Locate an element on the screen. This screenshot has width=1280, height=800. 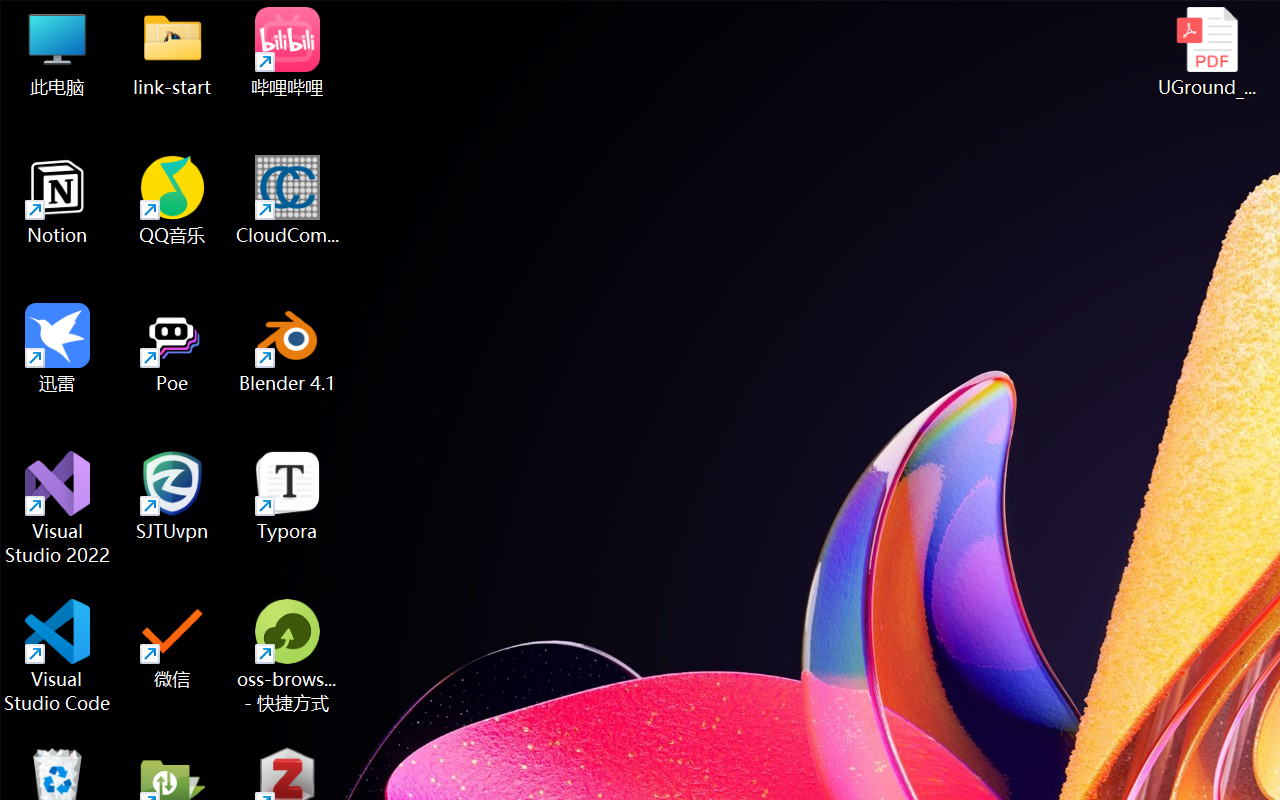
'Poe' is located at coordinates (172, 348).